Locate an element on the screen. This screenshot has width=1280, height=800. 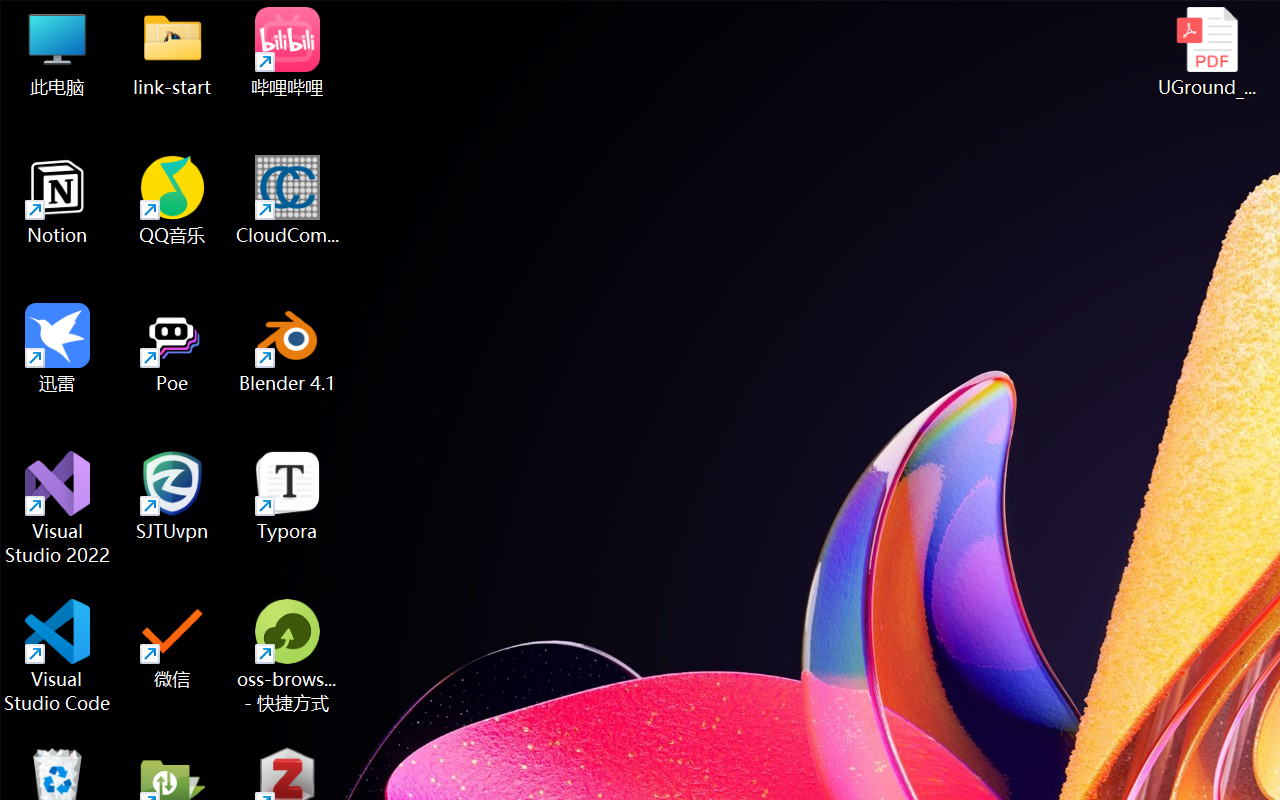
'Poe' is located at coordinates (172, 348).